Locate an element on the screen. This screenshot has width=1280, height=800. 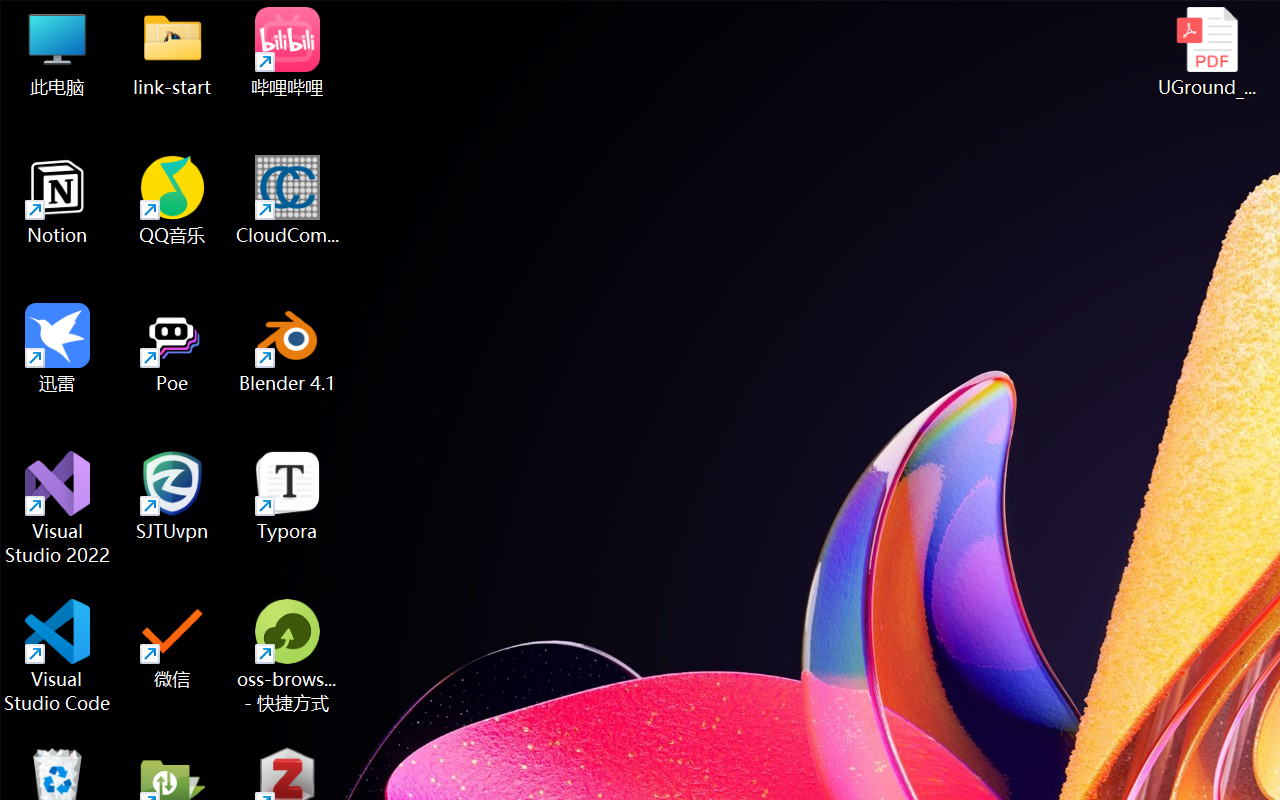
'Poe' is located at coordinates (172, 348).